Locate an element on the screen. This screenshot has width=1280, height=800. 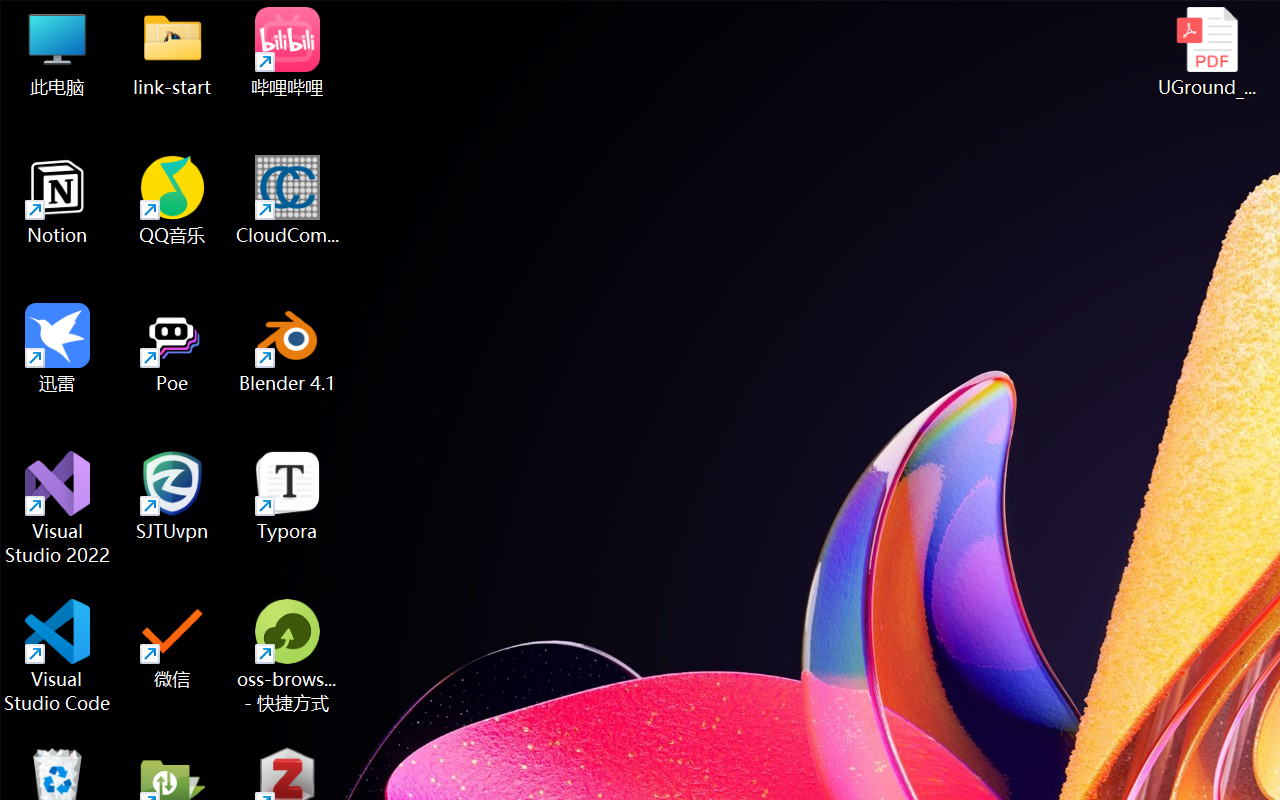
'Poe' is located at coordinates (172, 348).